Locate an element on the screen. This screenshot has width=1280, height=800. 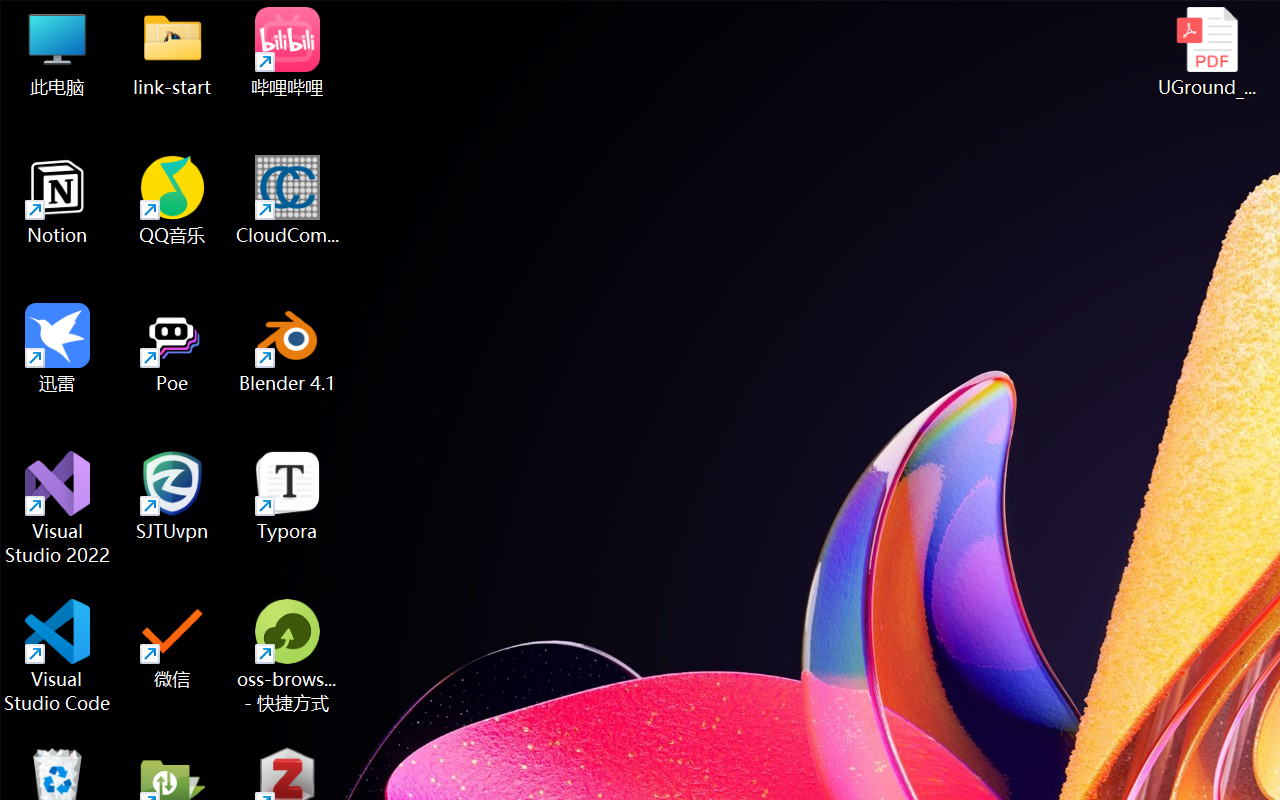
'Poe' is located at coordinates (172, 348).